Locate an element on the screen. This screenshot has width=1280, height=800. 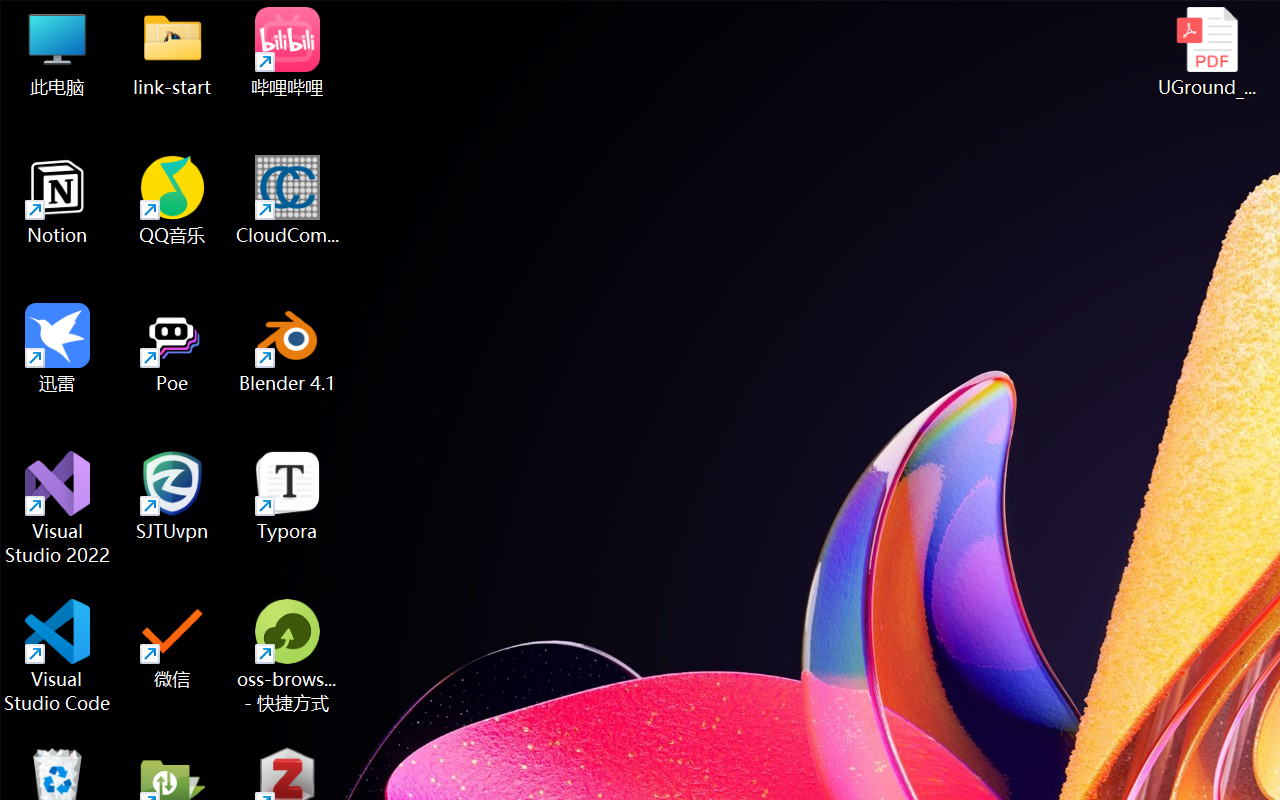
'Poe' is located at coordinates (172, 348).